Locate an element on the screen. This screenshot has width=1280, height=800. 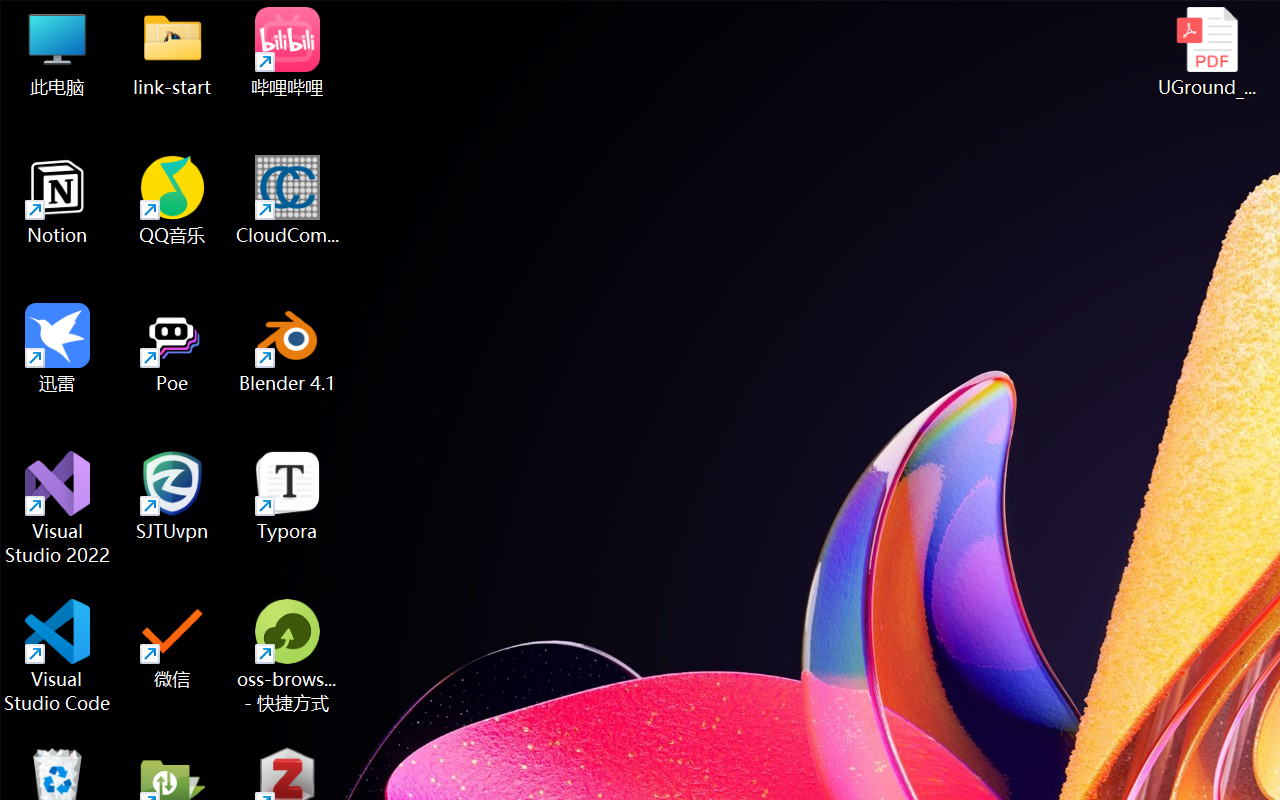
'Poe' is located at coordinates (172, 348).